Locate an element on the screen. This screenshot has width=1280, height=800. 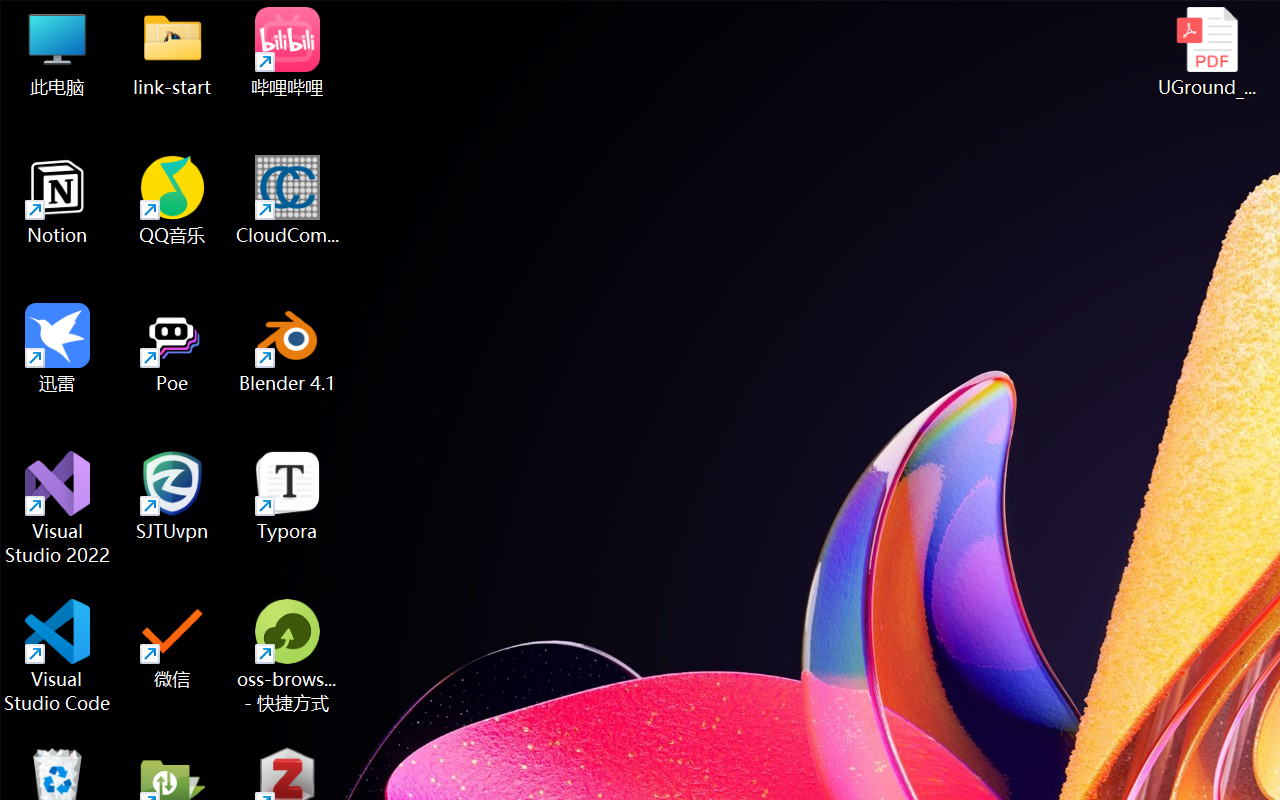
'Poe' is located at coordinates (172, 348).